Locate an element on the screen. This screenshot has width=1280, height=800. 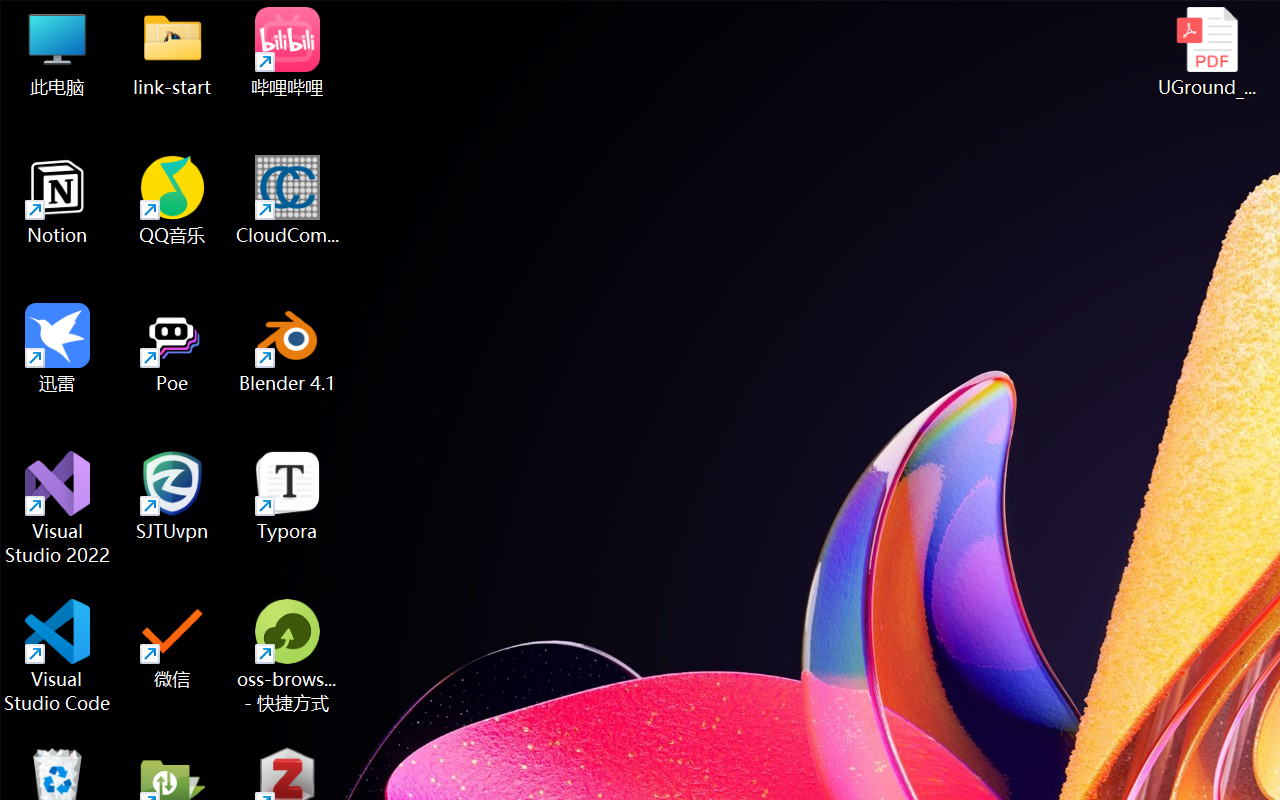
'Poe' is located at coordinates (172, 348).